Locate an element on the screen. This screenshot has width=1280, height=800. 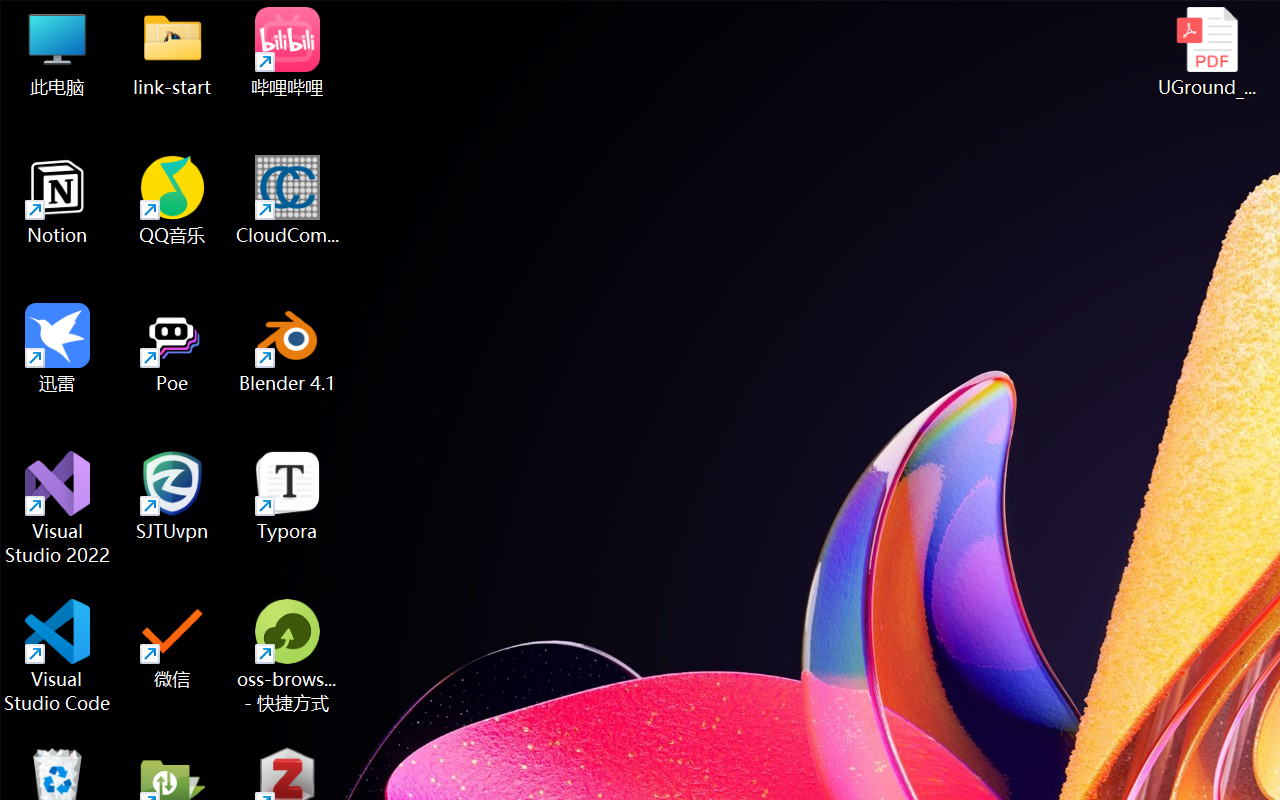
'Poe' is located at coordinates (172, 348).